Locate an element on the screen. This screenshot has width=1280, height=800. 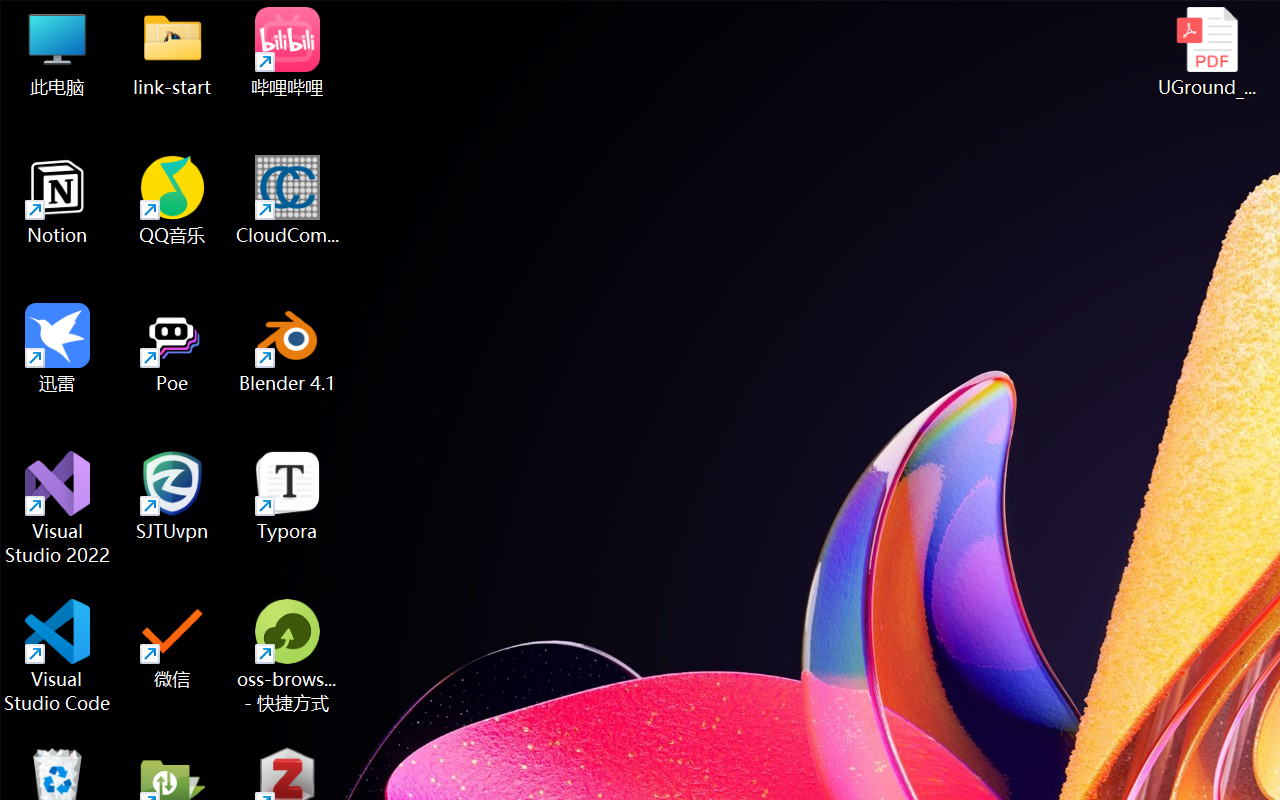
'Poe' is located at coordinates (172, 348).